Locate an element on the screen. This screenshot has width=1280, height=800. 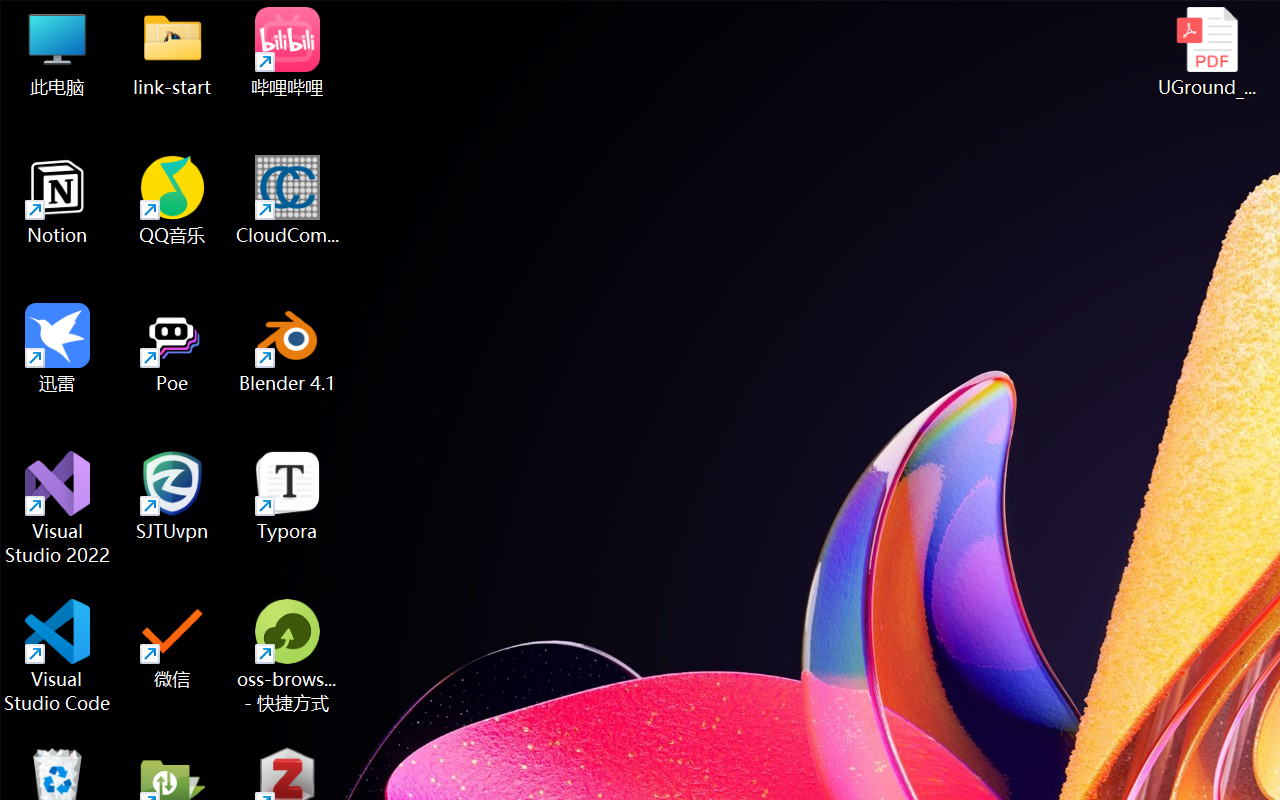
'Poe' is located at coordinates (172, 348).